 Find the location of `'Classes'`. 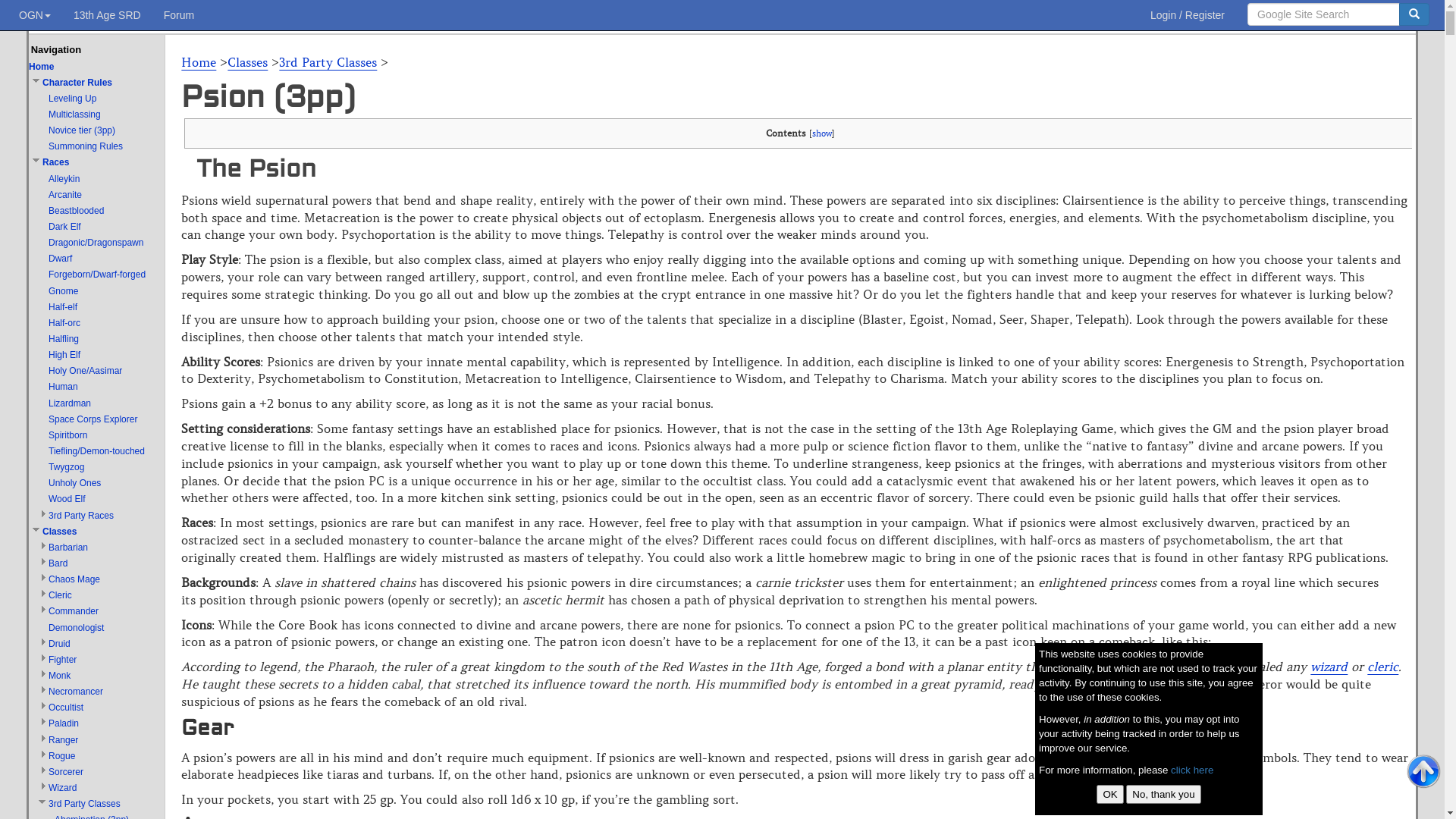

'Classes' is located at coordinates (42, 531).